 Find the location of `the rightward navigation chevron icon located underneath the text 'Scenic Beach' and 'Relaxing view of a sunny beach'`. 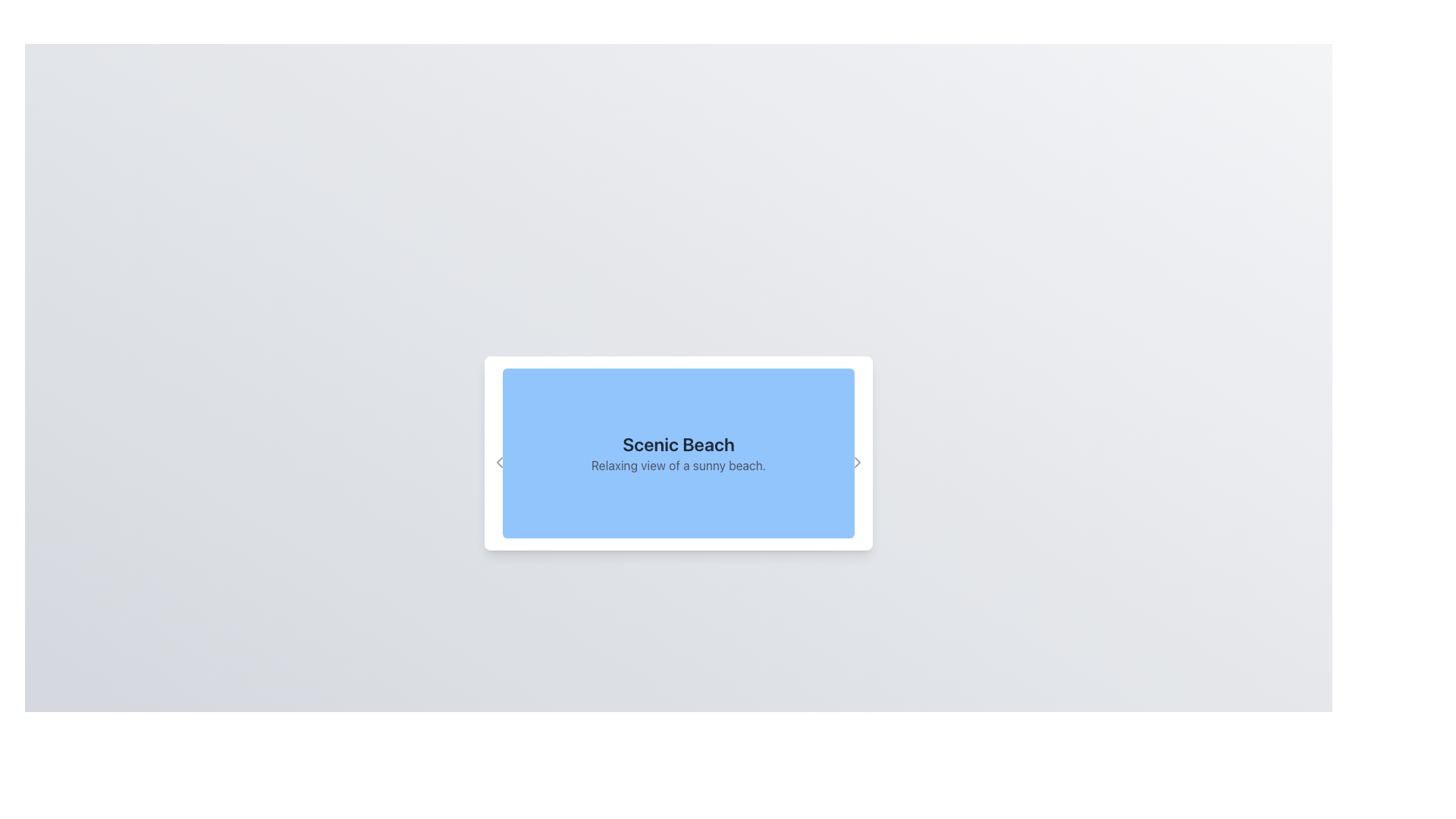

the rightward navigation chevron icon located underneath the text 'Scenic Beach' and 'Relaxing view of a sunny beach' is located at coordinates (858, 461).